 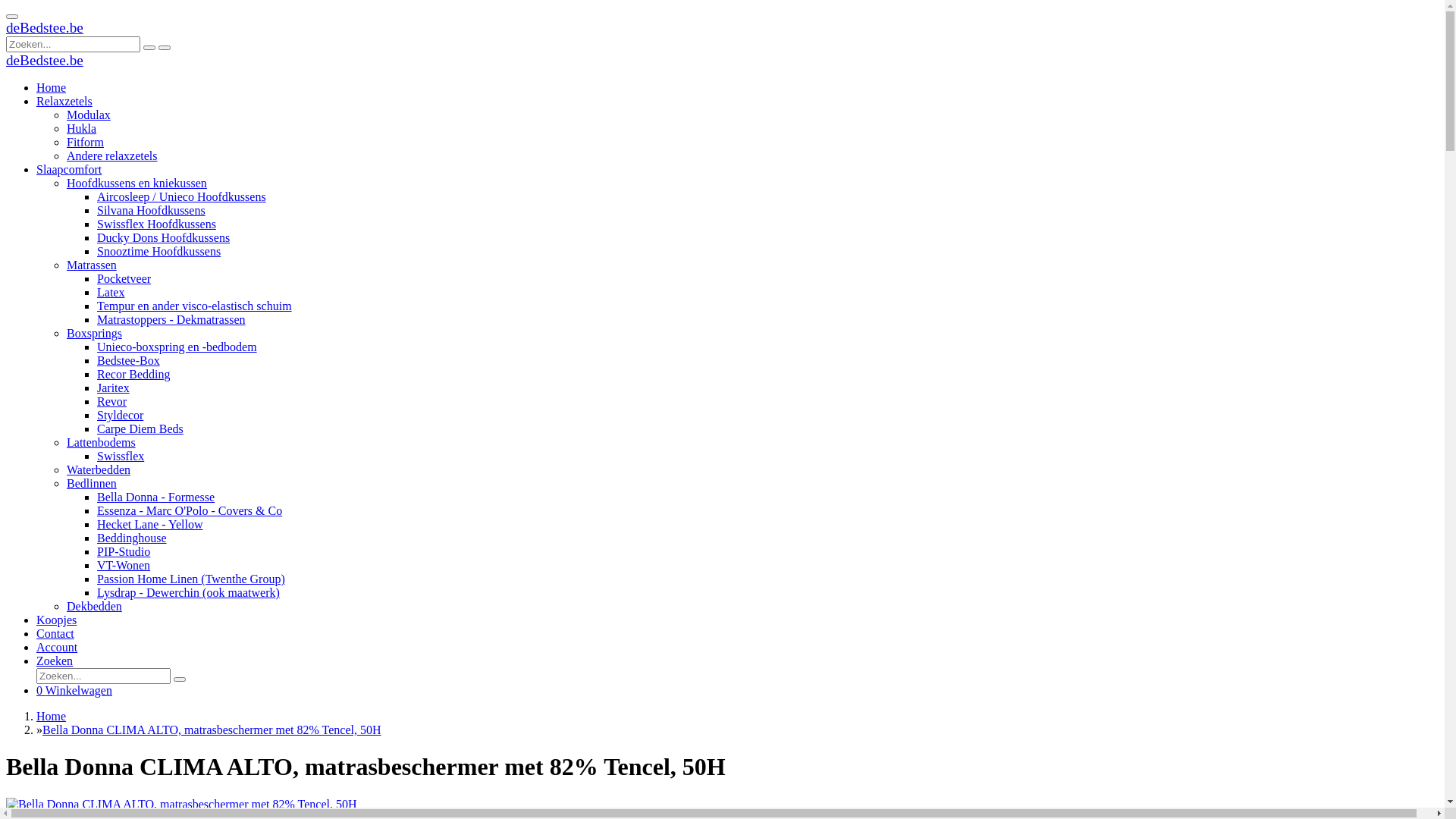 What do you see at coordinates (190, 579) in the screenshot?
I see `'Passion Home Linen (Twenthe Group)'` at bounding box center [190, 579].